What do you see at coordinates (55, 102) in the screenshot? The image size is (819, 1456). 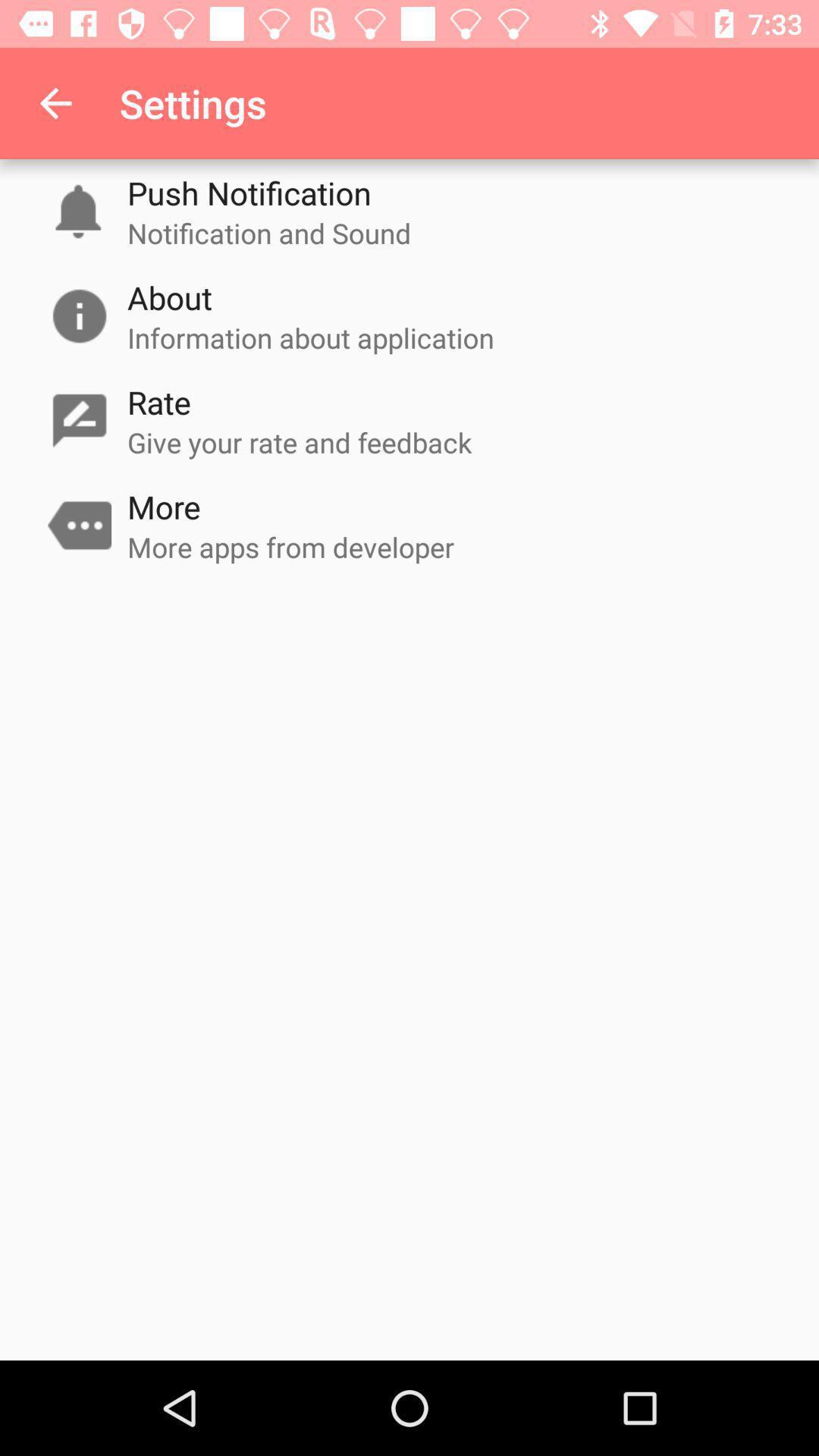 I see `the item next to the settings app` at bounding box center [55, 102].